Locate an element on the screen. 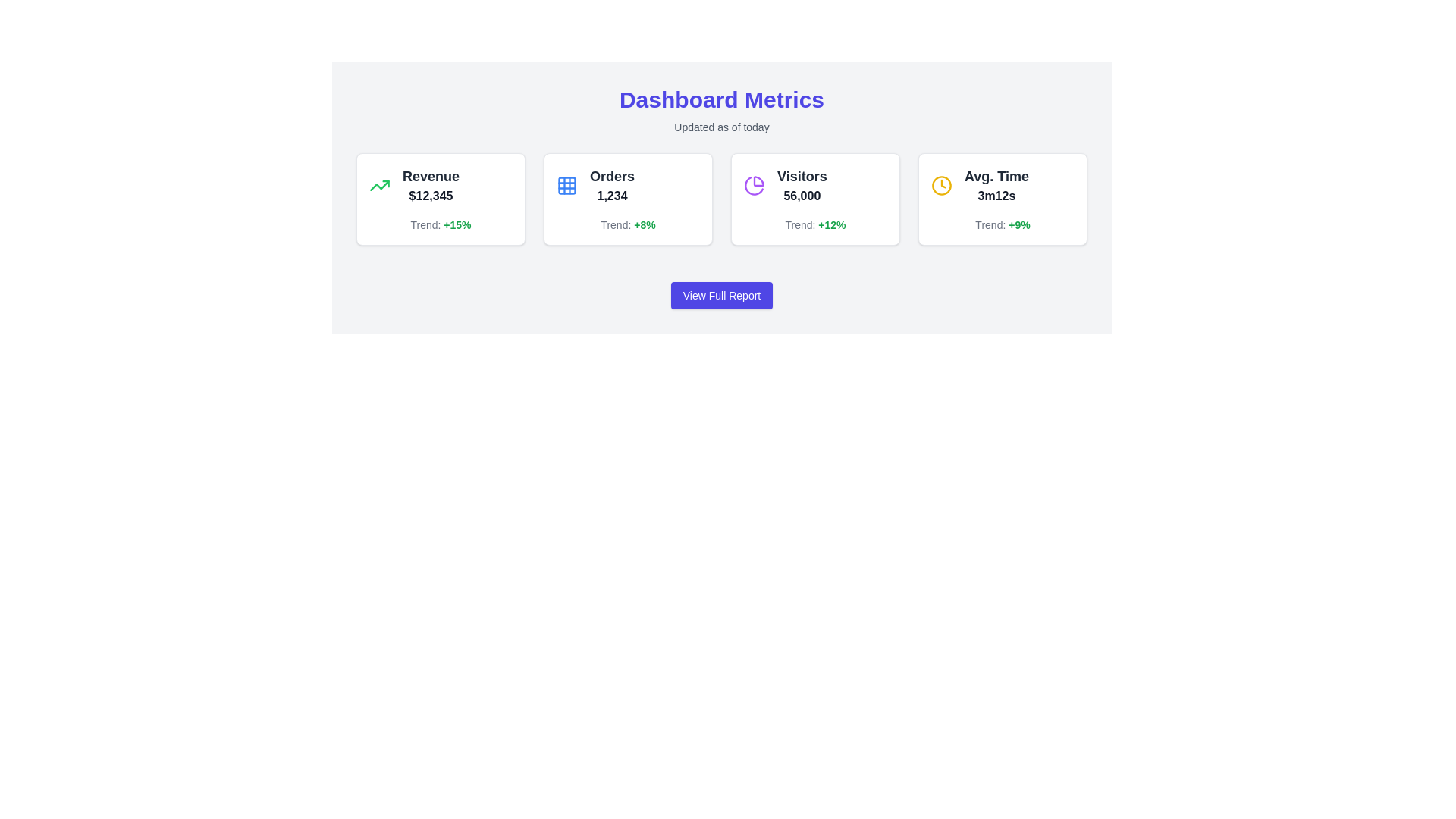 This screenshot has height=819, width=1456. the static text block displaying a +12% increase in visitors metric located within the 'Visitors' card on the dashboard is located at coordinates (814, 225).